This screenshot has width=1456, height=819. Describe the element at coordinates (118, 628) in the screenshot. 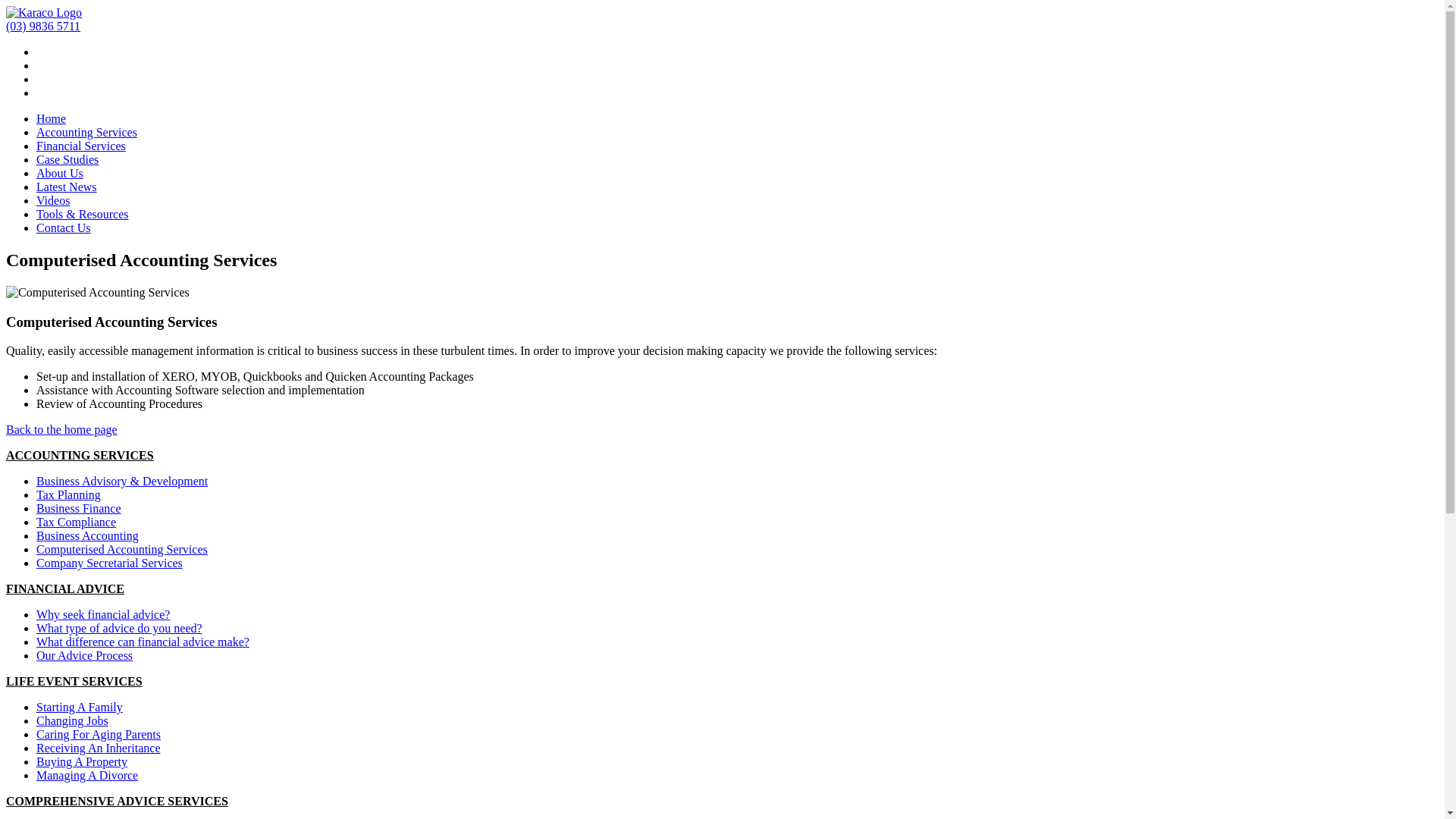

I see `'What type of advice do you need?'` at that location.